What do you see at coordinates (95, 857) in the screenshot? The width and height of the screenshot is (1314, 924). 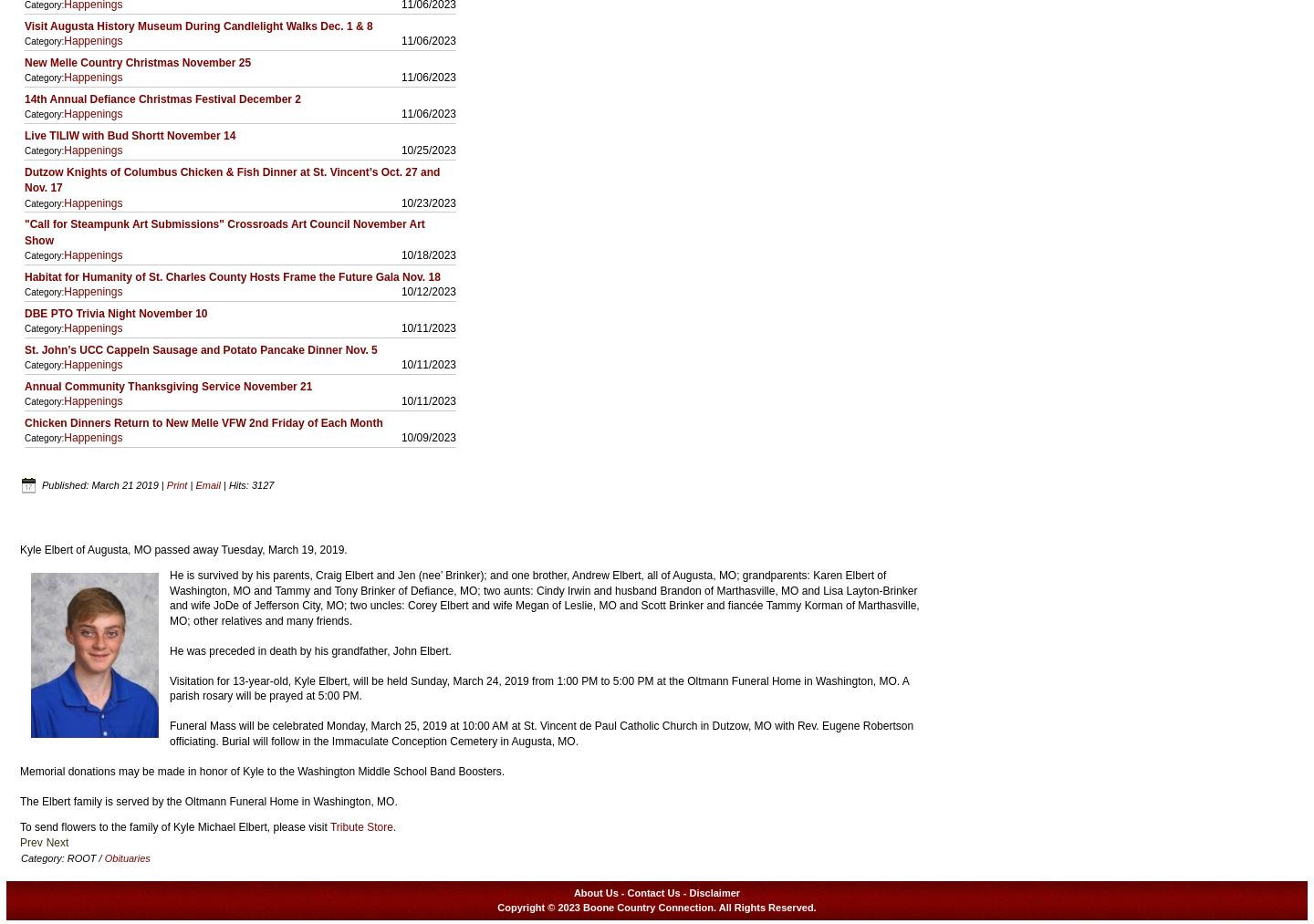 I see `'/'` at bounding box center [95, 857].